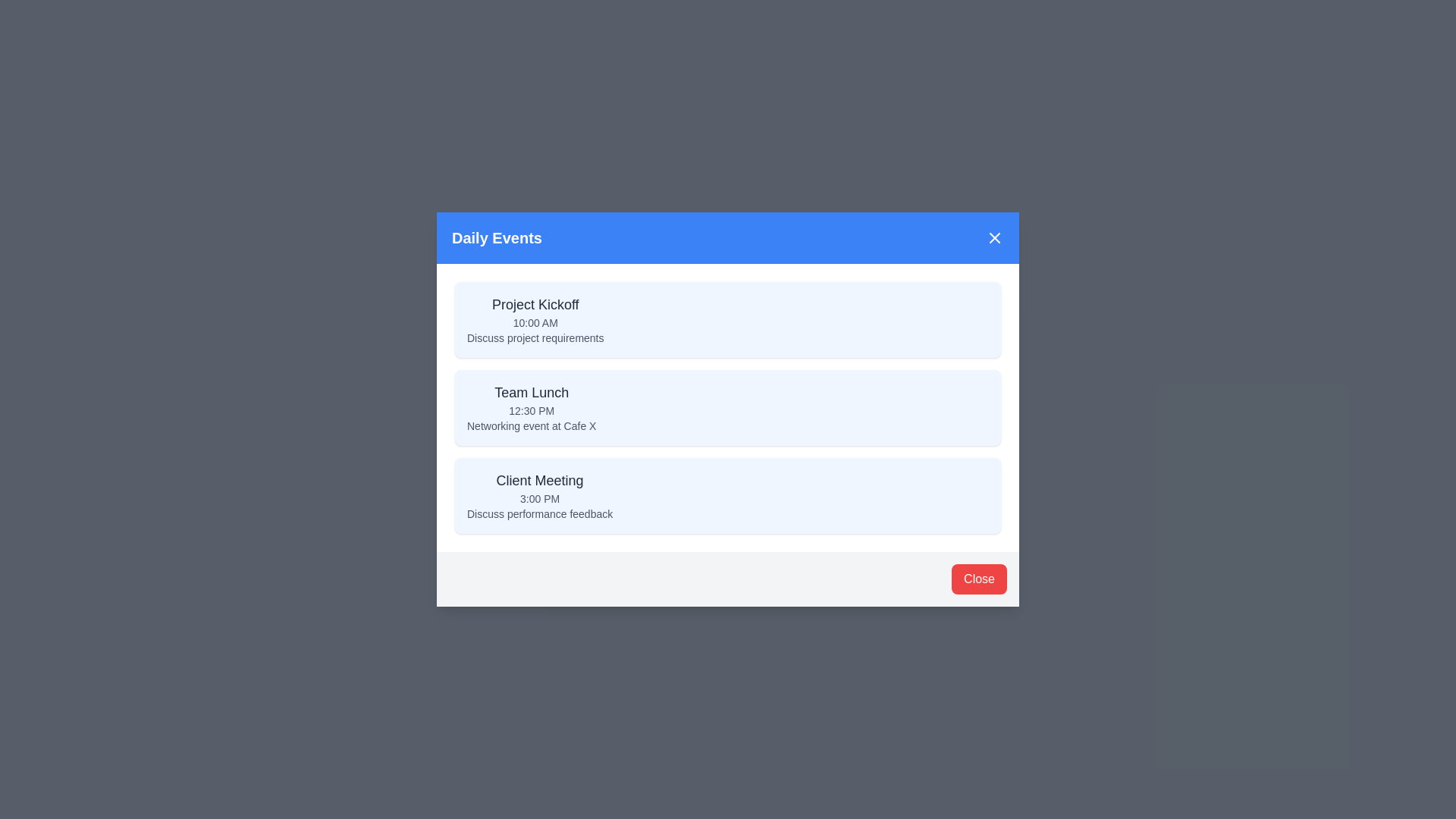  Describe the element at coordinates (979, 579) in the screenshot. I see `the close button to close the dialog` at that location.